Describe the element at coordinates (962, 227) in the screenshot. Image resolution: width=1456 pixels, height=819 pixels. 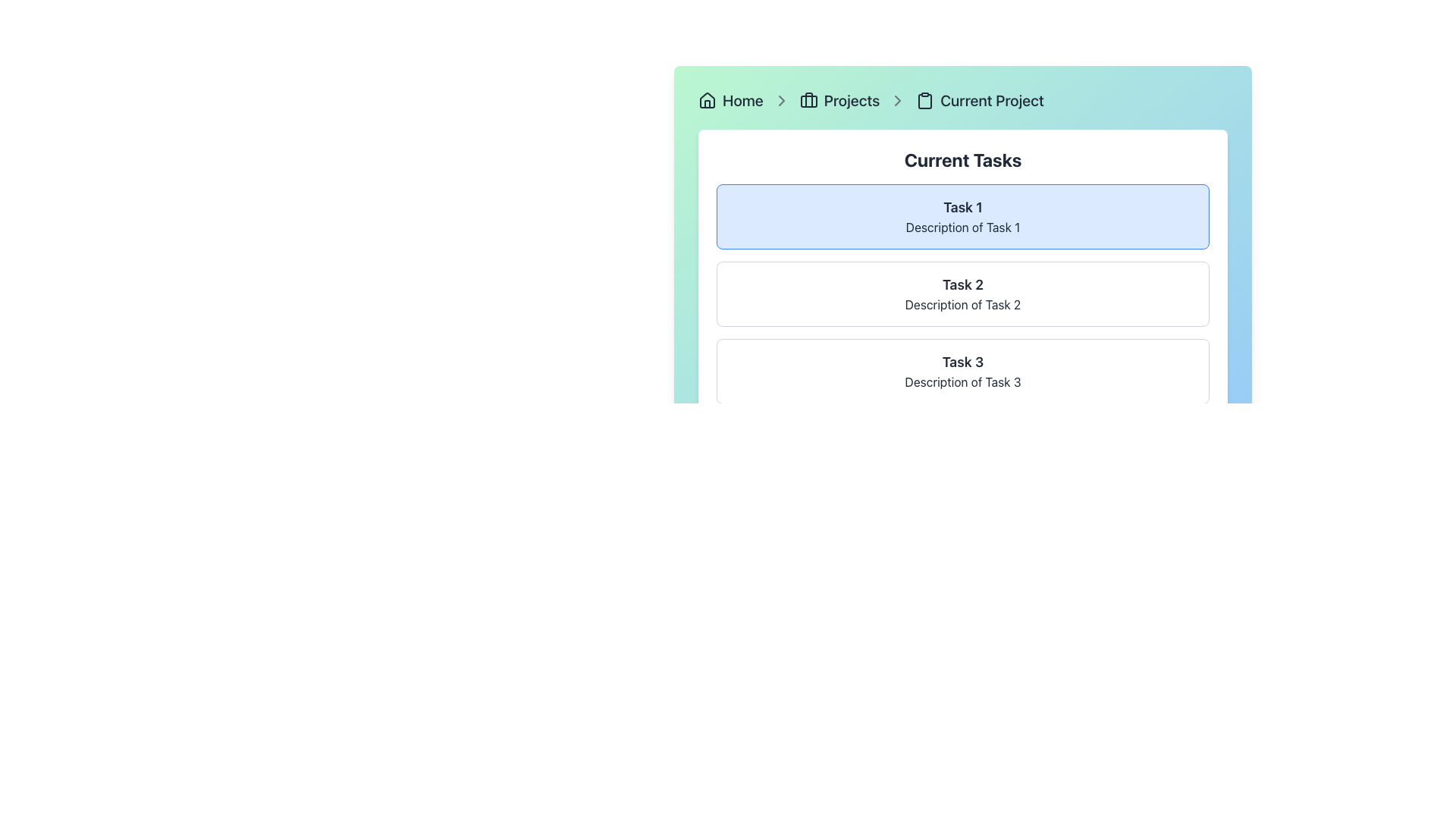
I see `the static text reading 'Description of Task 1' located within the blue box of the 'Task 1' card, positioned directly beneath the 'Task 1' header` at that location.